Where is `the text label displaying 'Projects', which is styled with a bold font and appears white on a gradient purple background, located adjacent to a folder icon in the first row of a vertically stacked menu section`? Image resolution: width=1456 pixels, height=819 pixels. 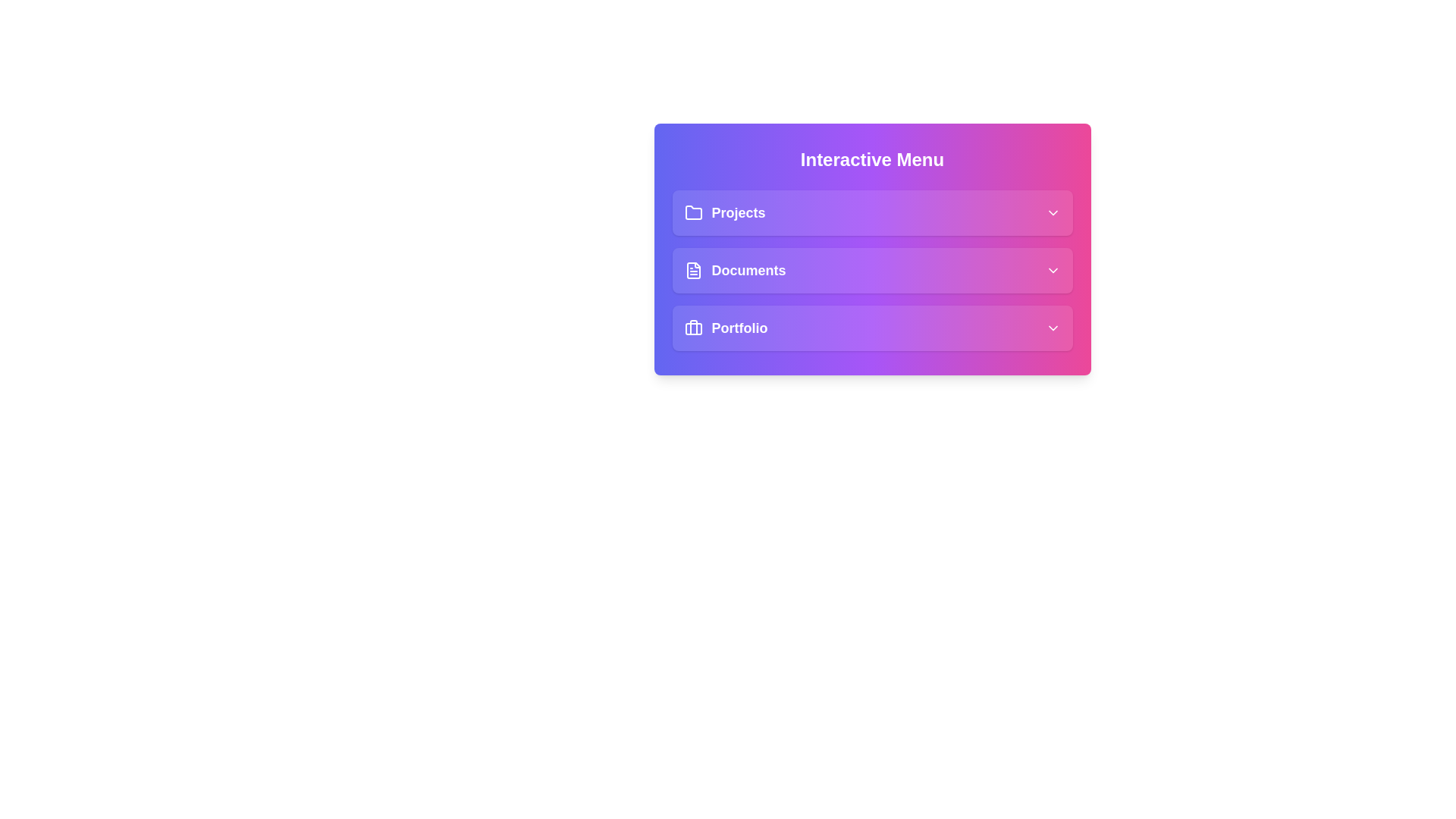 the text label displaying 'Projects', which is styled with a bold font and appears white on a gradient purple background, located adjacent to a folder icon in the first row of a vertically stacked menu section is located at coordinates (739, 213).